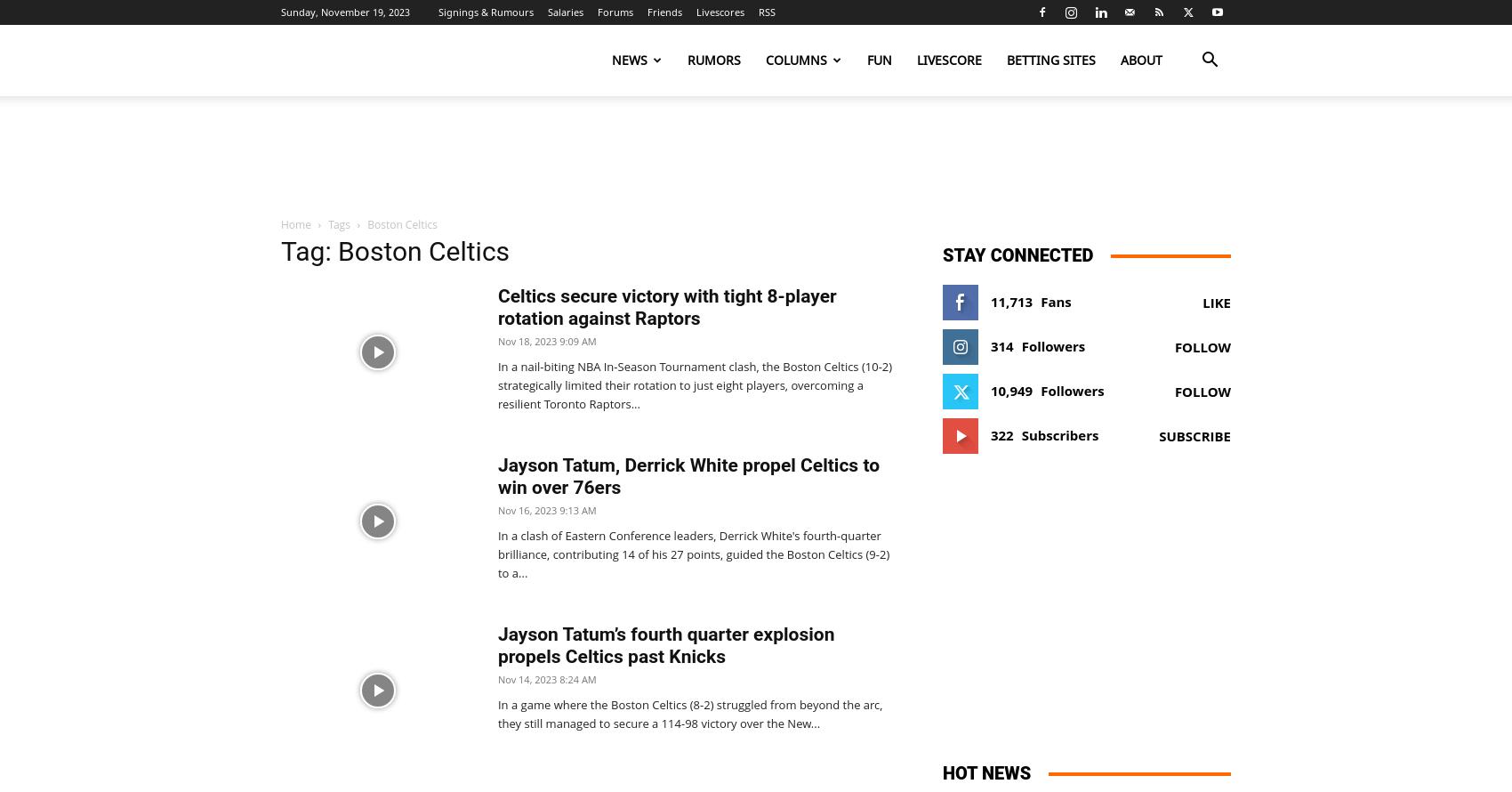  Describe the element at coordinates (688, 475) in the screenshot. I see `'Jayson Tatum, Derrick White propel Celtics to win over 76ers'` at that location.